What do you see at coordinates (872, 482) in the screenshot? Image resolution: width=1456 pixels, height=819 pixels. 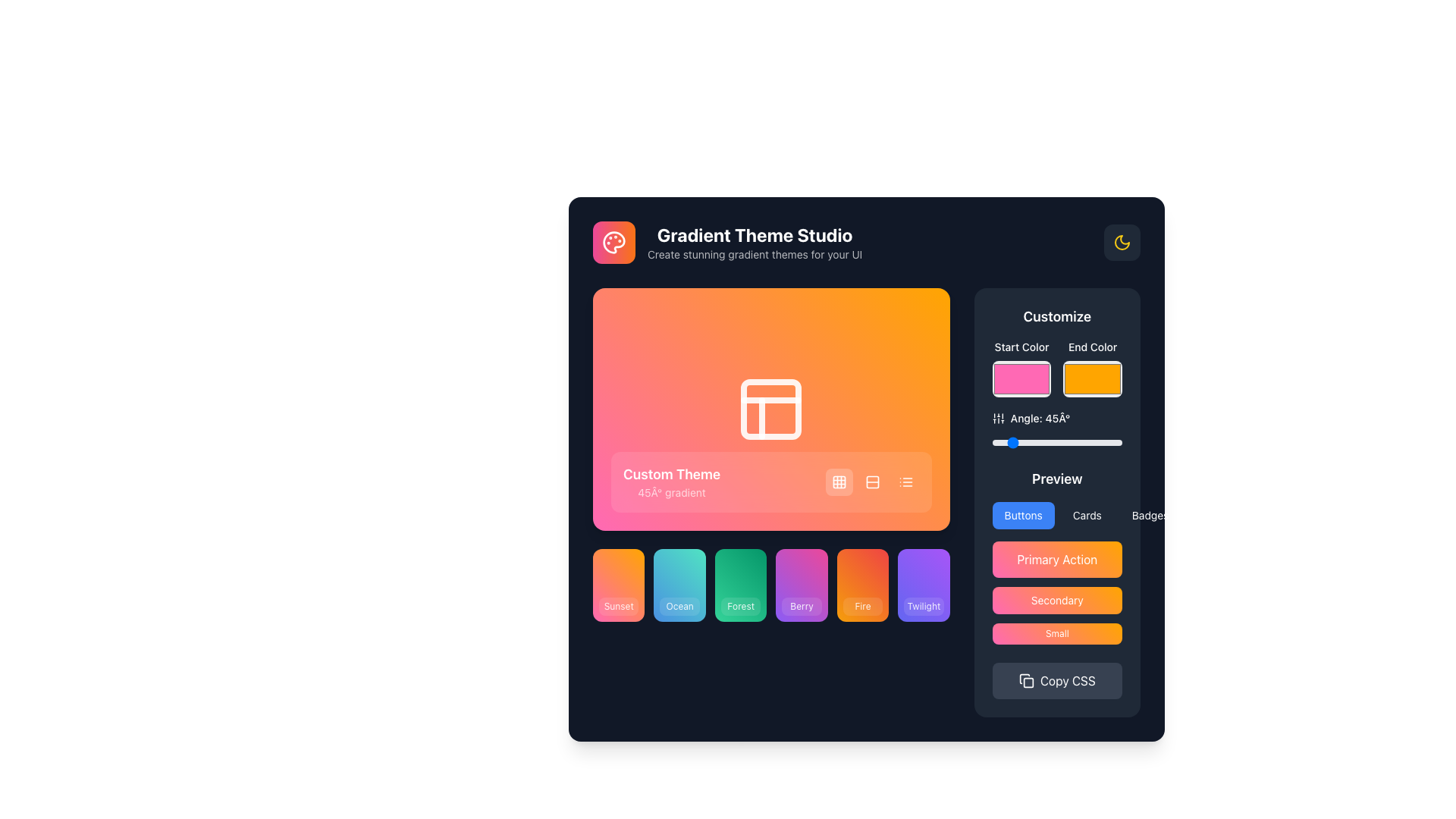 I see `the second button in the row of three buttons in the lower-right portion of the 'Custom Theme' section` at bounding box center [872, 482].